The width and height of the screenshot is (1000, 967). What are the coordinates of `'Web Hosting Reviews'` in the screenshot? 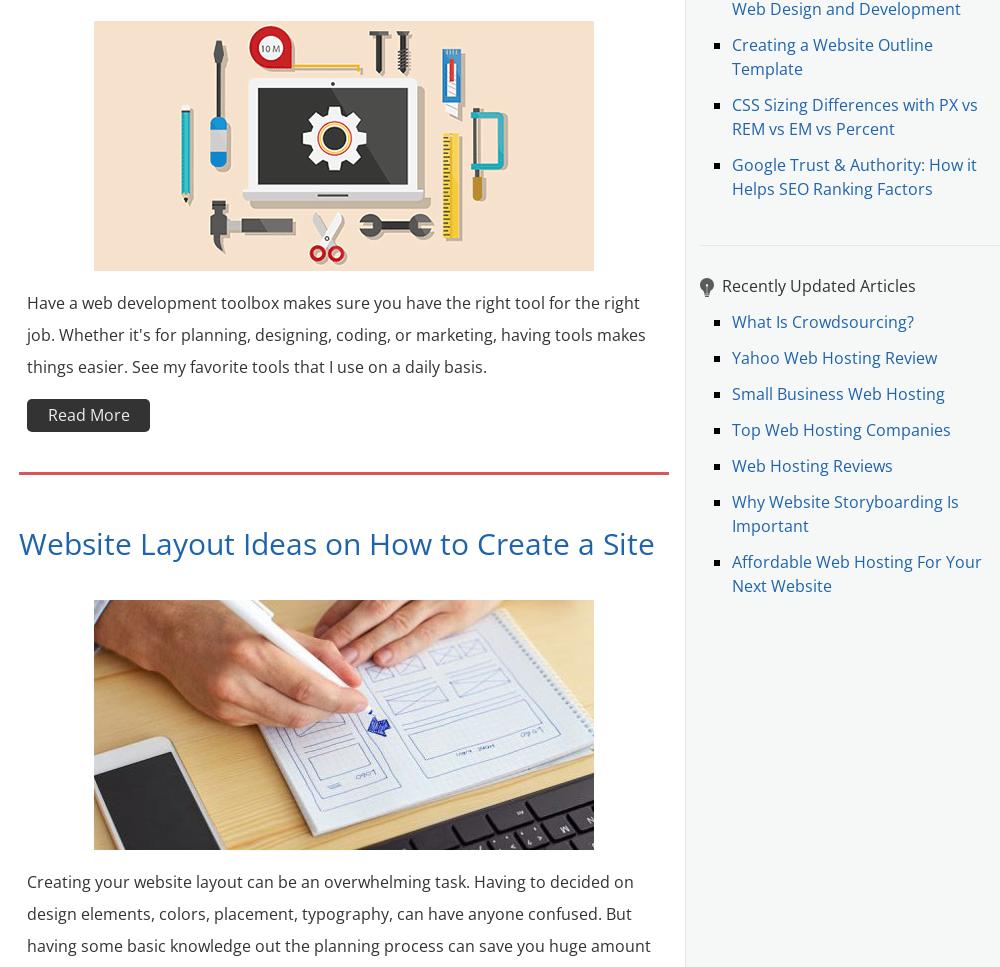 It's located at (812, 465).